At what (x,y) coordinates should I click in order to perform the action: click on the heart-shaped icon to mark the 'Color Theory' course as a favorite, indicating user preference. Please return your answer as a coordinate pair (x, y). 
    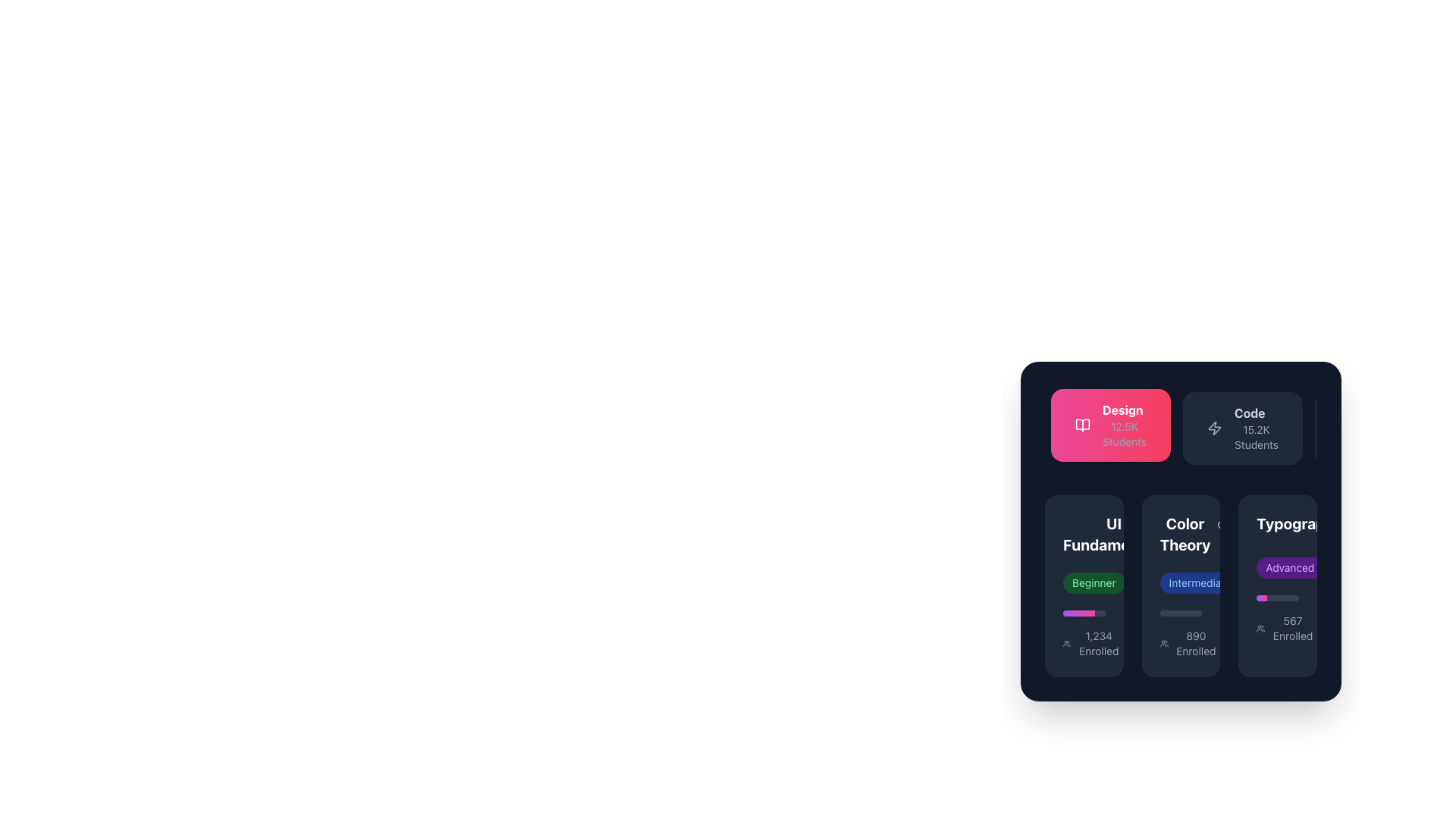
    Looking at the image, I should click on (1178, 526).